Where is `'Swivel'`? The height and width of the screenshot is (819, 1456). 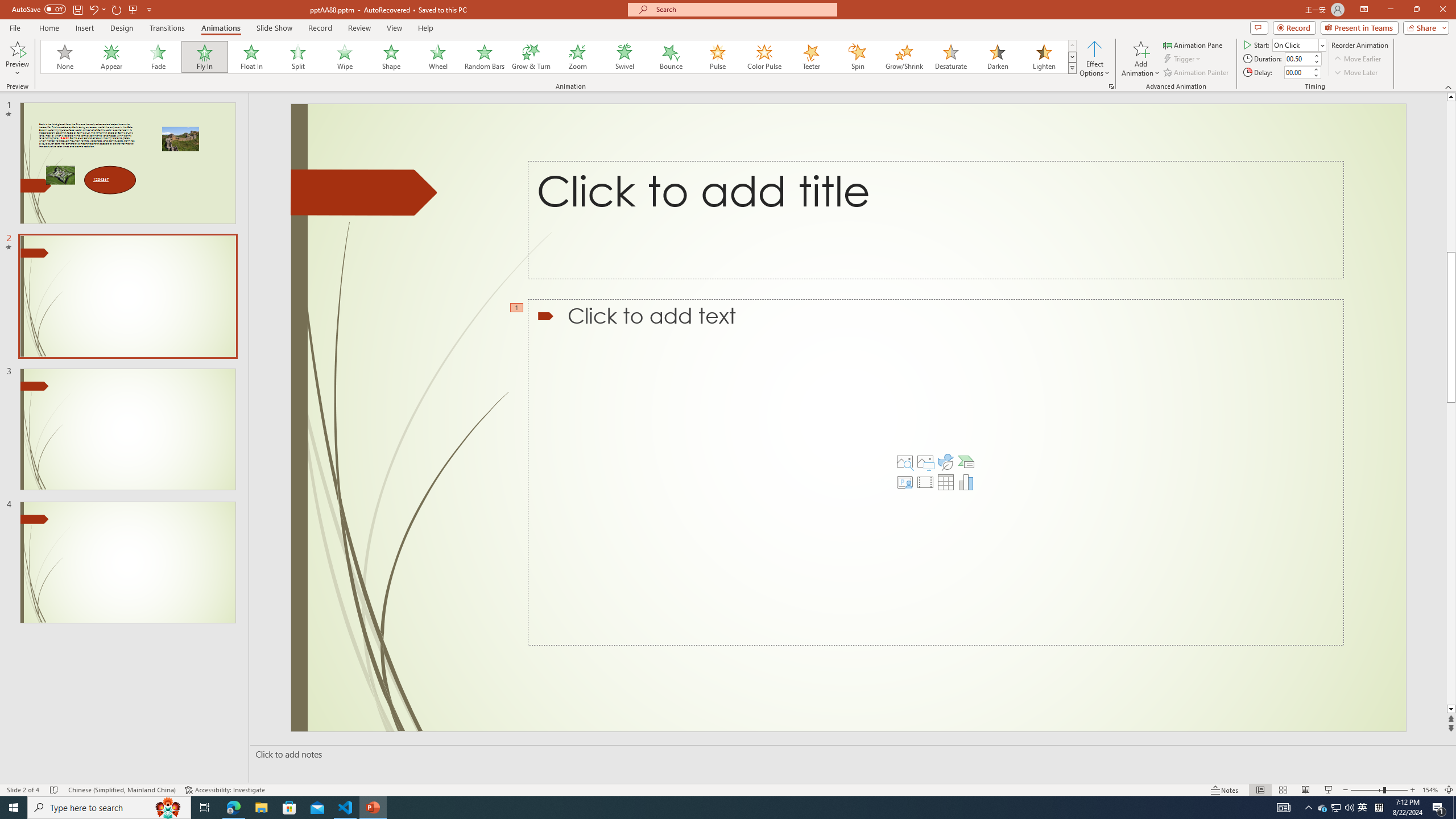 'Swivel' is located at coordinates (624, 56).